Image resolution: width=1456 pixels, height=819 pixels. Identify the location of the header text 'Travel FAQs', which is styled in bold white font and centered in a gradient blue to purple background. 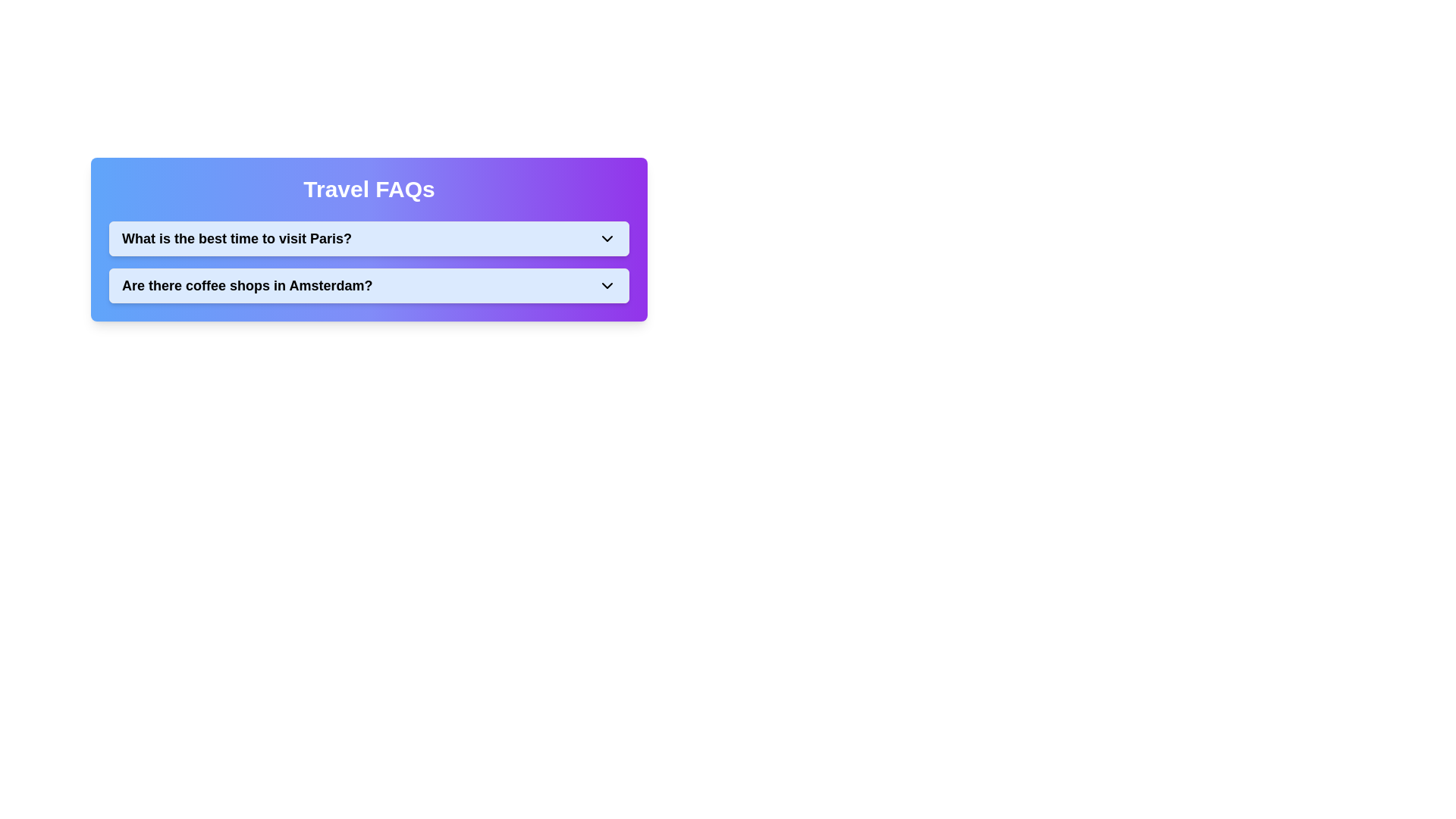
(369, 189).